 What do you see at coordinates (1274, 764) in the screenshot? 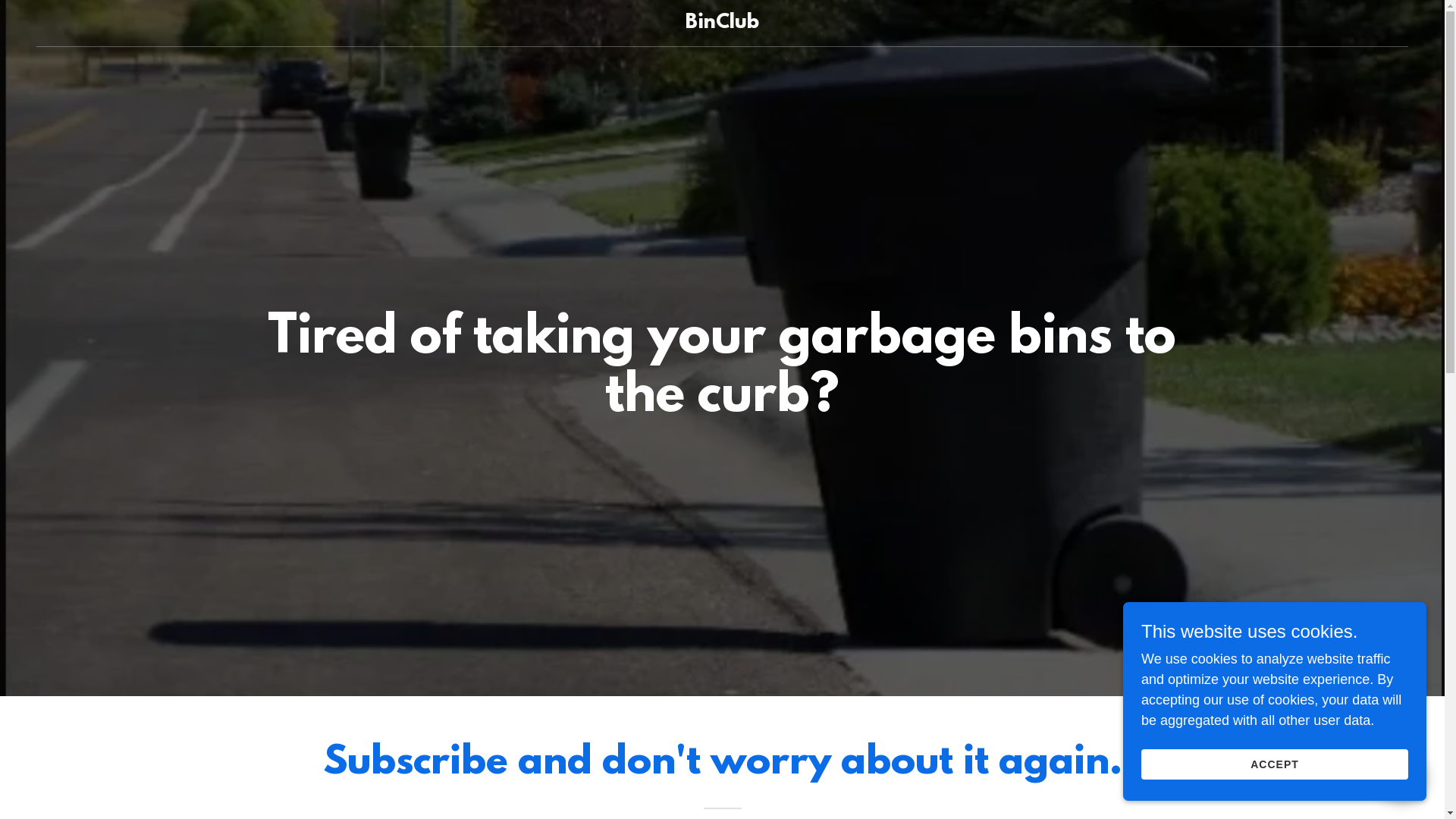
I see `'ACCEPT'` at bounding box center [1274, 764].